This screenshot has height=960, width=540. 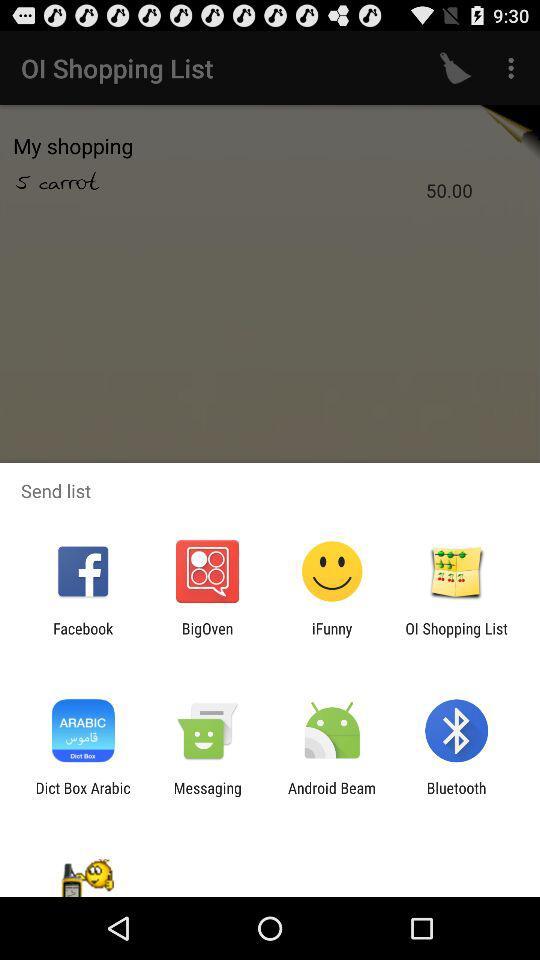 What do you see at coordinates (82, 796) in the screenshot?
I see `icon to the left of messaging` at bounding box center [82, 796].